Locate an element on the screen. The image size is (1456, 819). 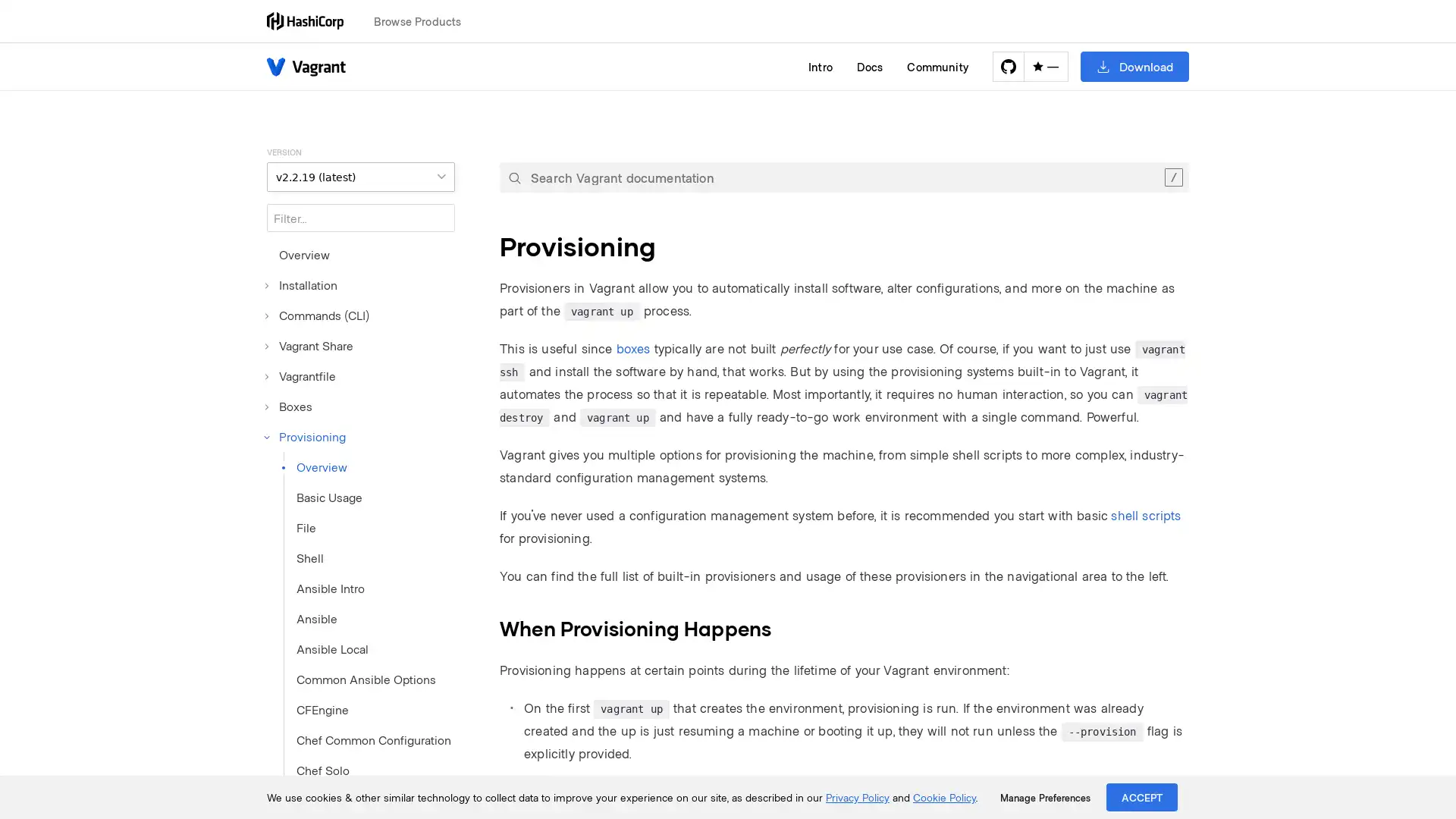
Provisioning is located at coordinates (305, 436).